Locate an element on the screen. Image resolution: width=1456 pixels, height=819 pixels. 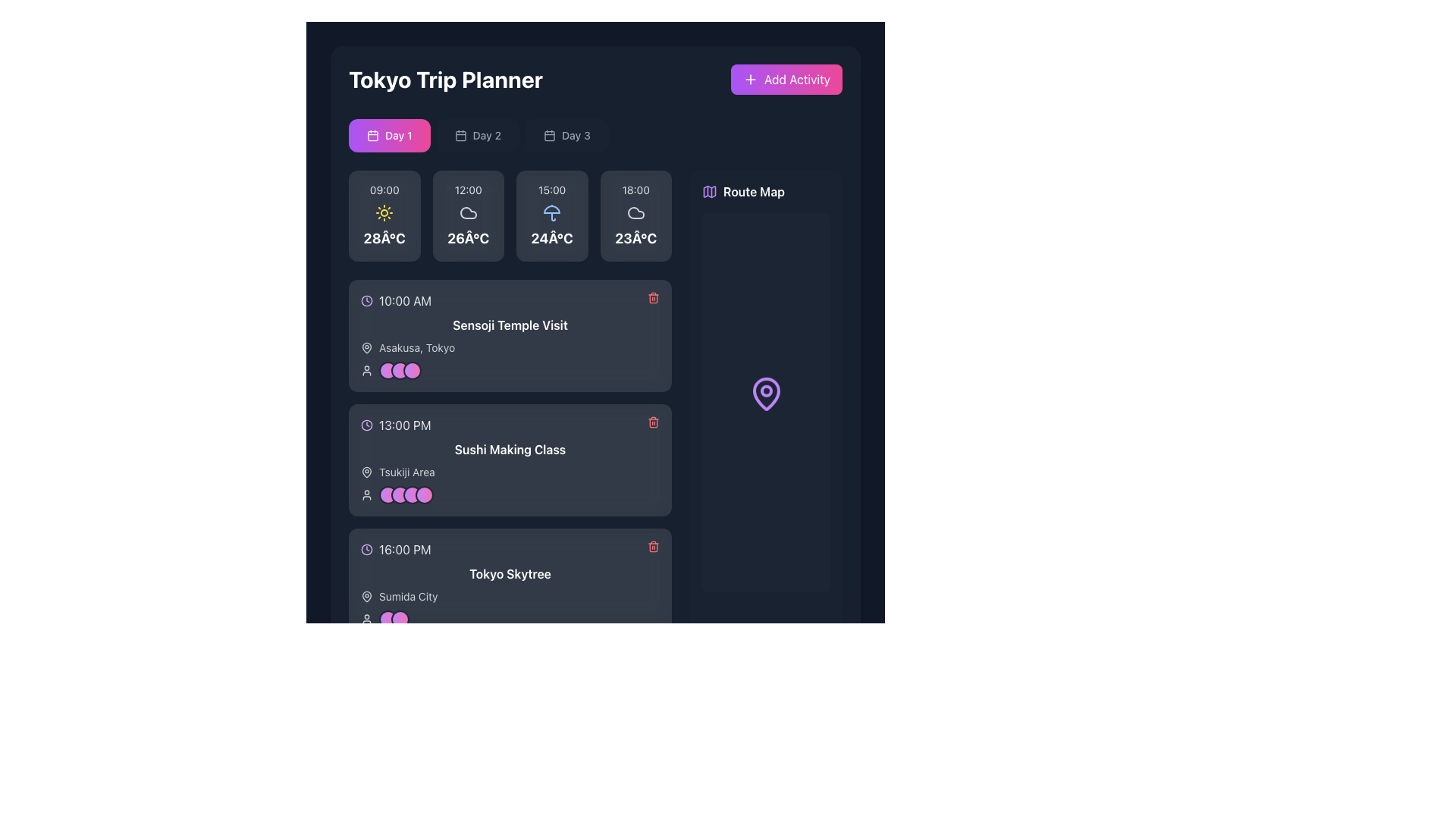
text label displaying the event name scheduled at 10:00 AM on the trip planner interface, located below the time and above the location details ('Asakusa, Tokyo') is located at coordinates (510, 324).